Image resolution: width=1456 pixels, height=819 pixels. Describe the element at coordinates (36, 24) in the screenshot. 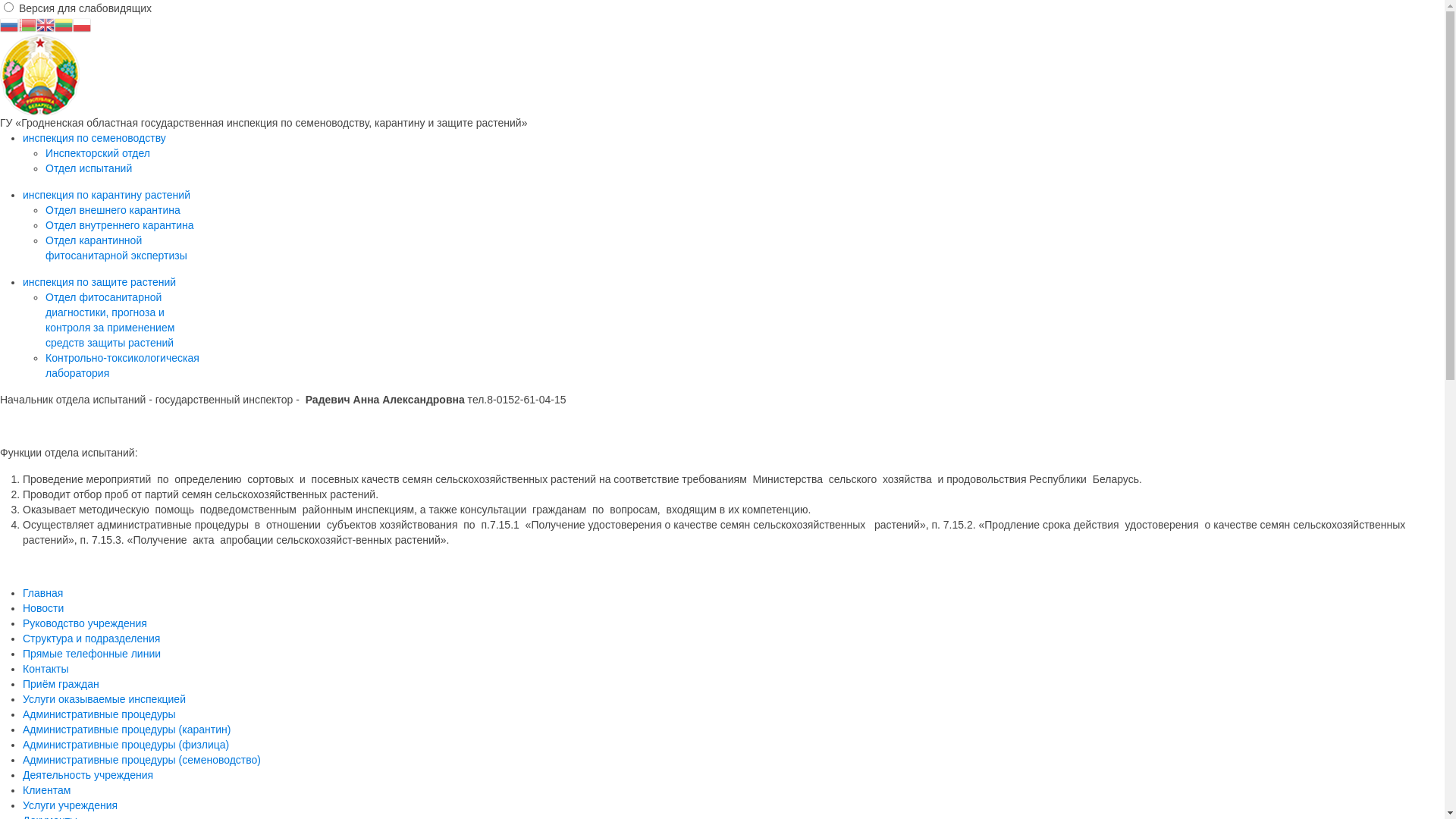

I see `'English'` at that location.